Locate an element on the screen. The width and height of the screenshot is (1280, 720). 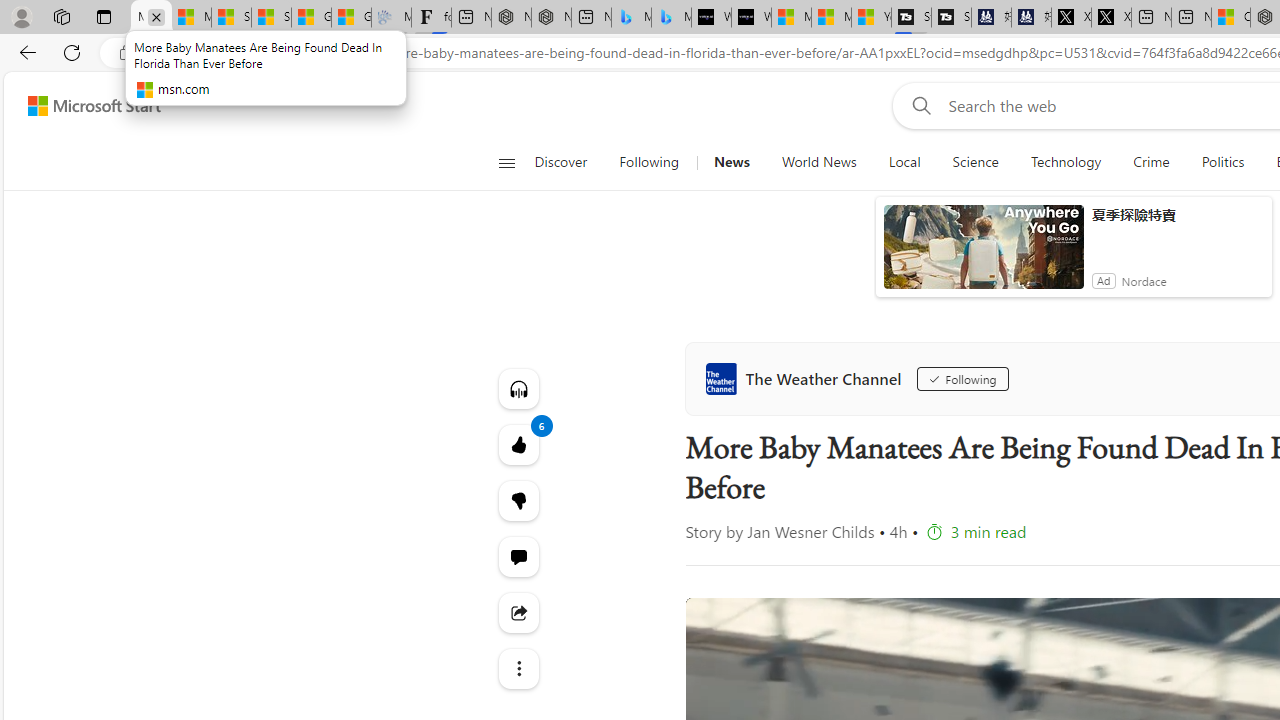
'anim-content' is located at coordinates (983, 254).